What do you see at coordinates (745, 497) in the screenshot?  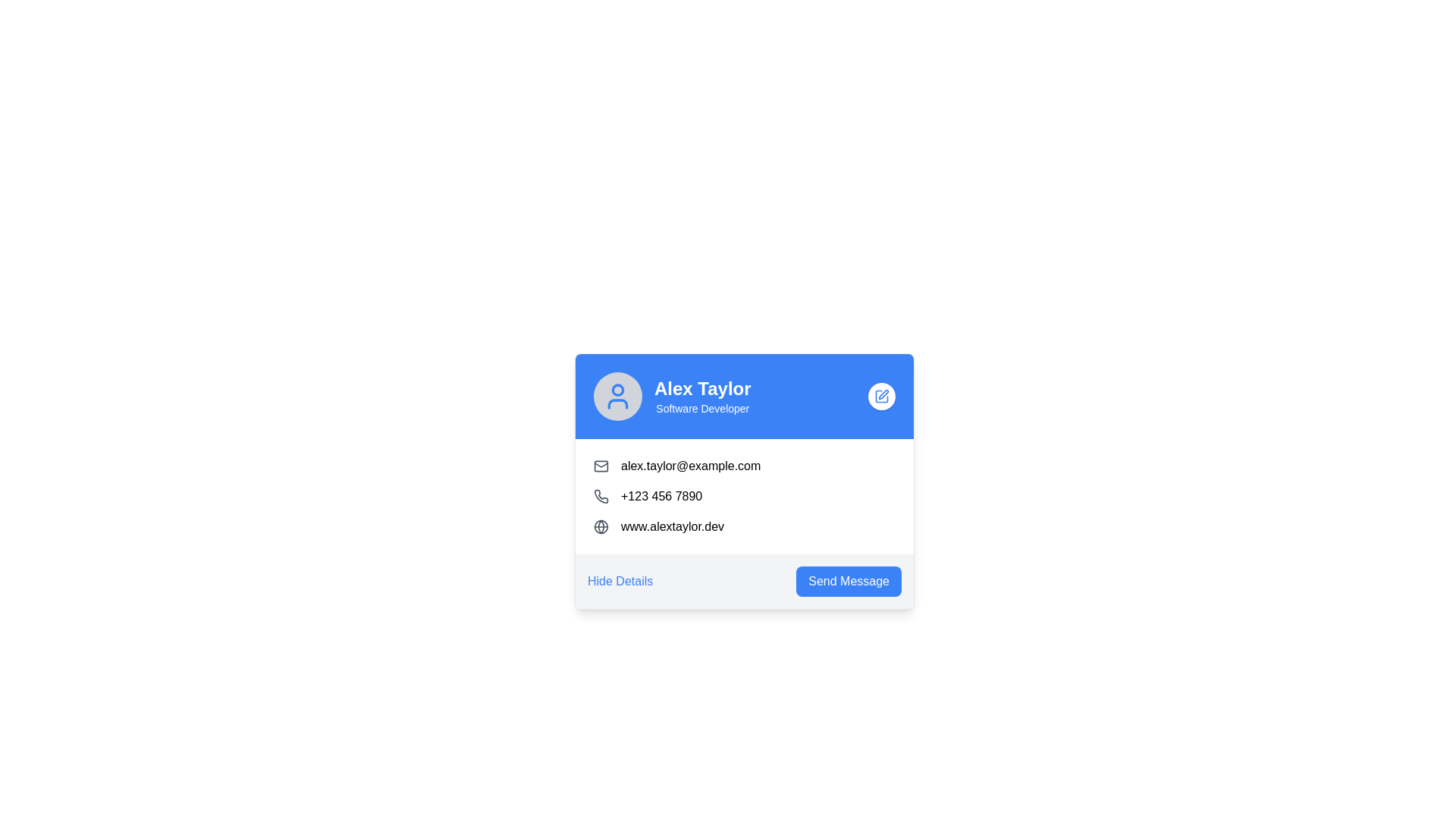 I see `the Information display section that shows contact information with email, phone number, and website address, located above the 'Hide Details' and 'Send Message' buttons` at bounding box center [745, 497].